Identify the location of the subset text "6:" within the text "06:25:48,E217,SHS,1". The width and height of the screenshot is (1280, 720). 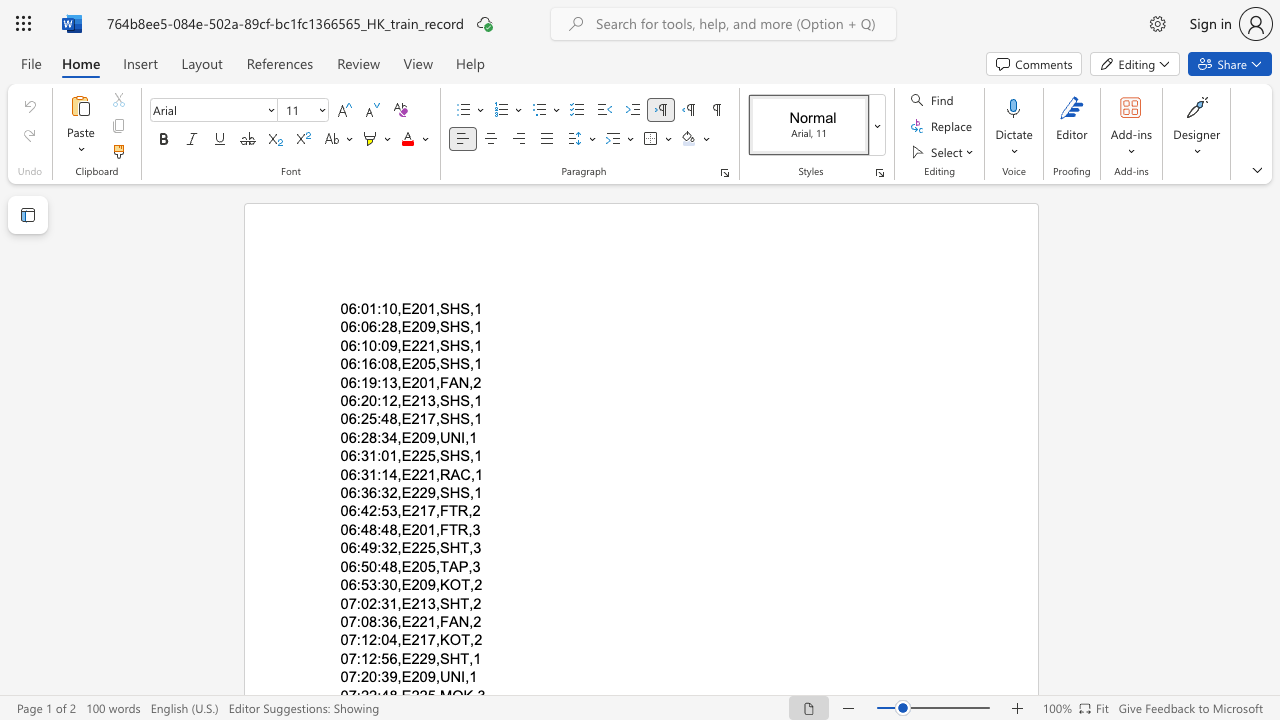
(348, 418).